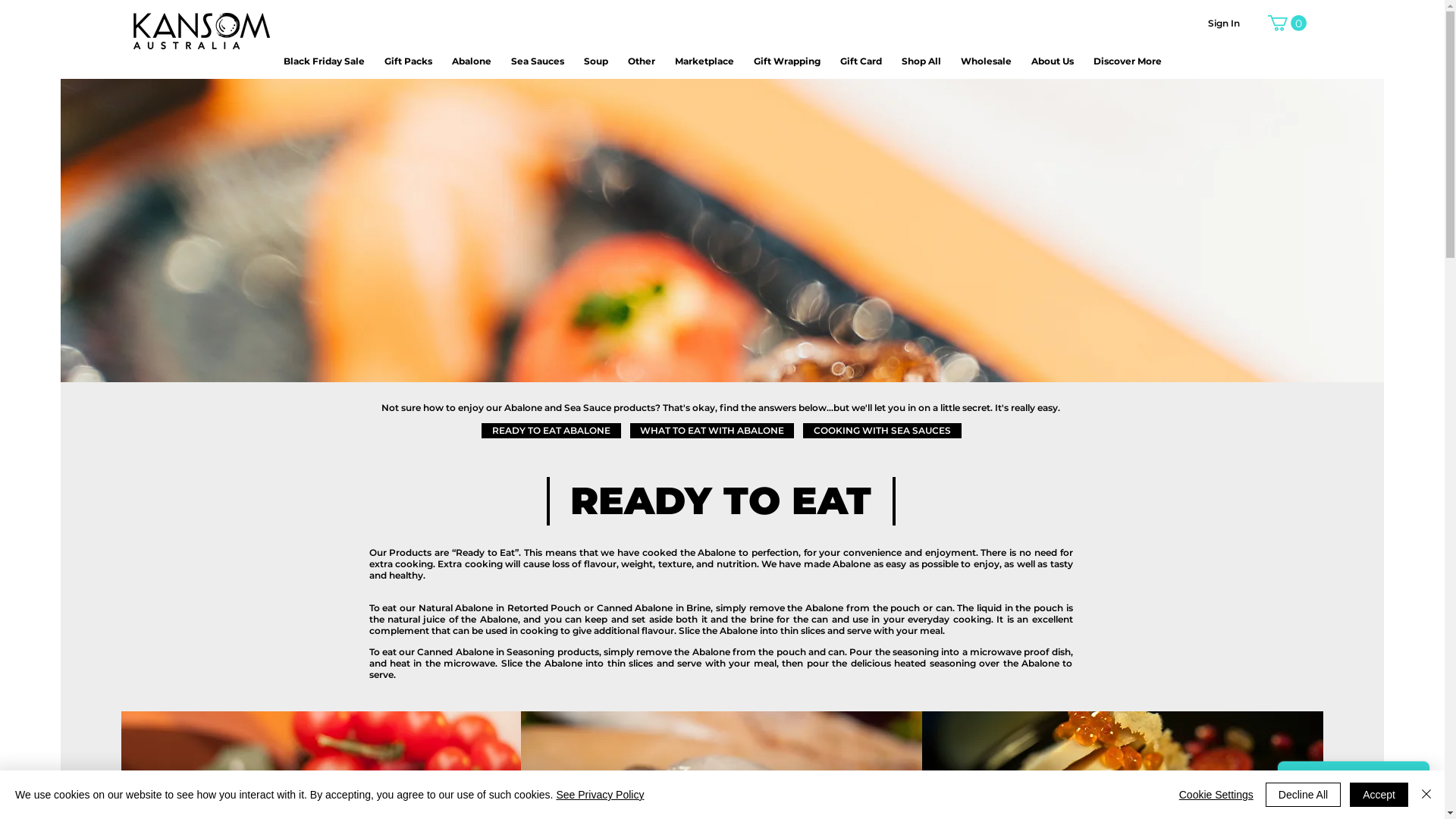  I want to click on 'Sea Sauces', so click(538, 60).